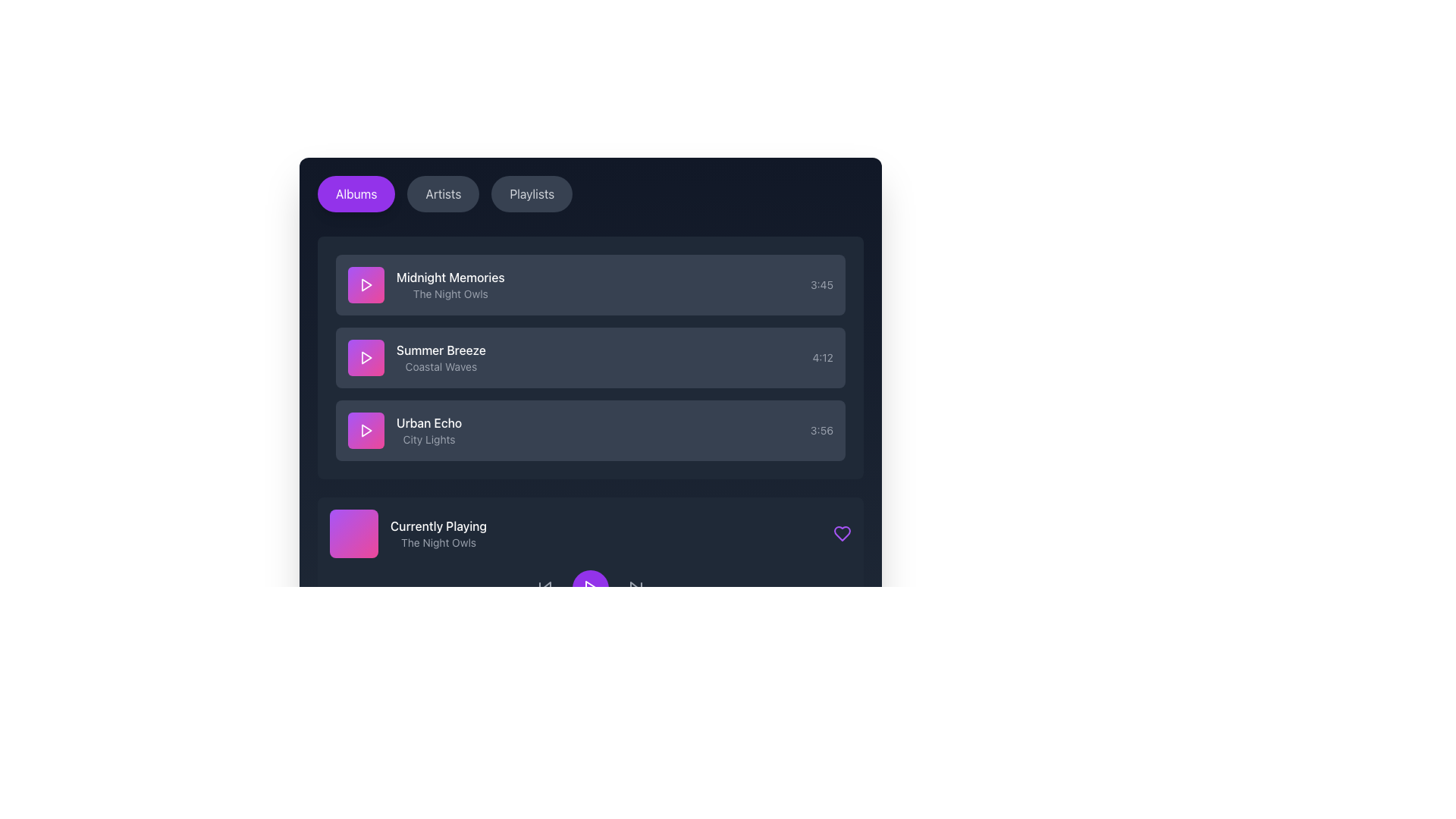  Describe the element at coordinates (532, 193) in the screenshot. I see `the 'Playlists' button, which is a horizontally-elongated button with rounded edges and a dark gray background` at that location.